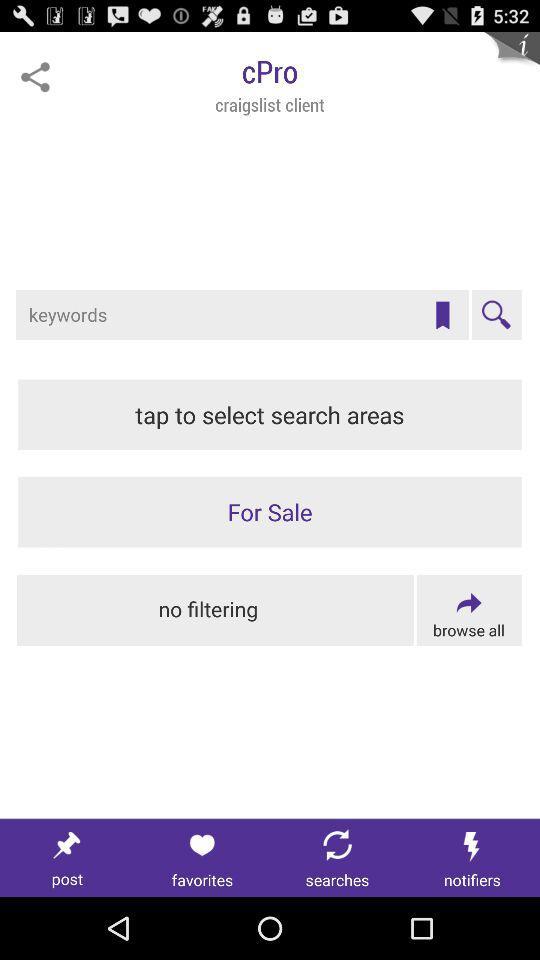  I want to click on more information, so click(511, 58).